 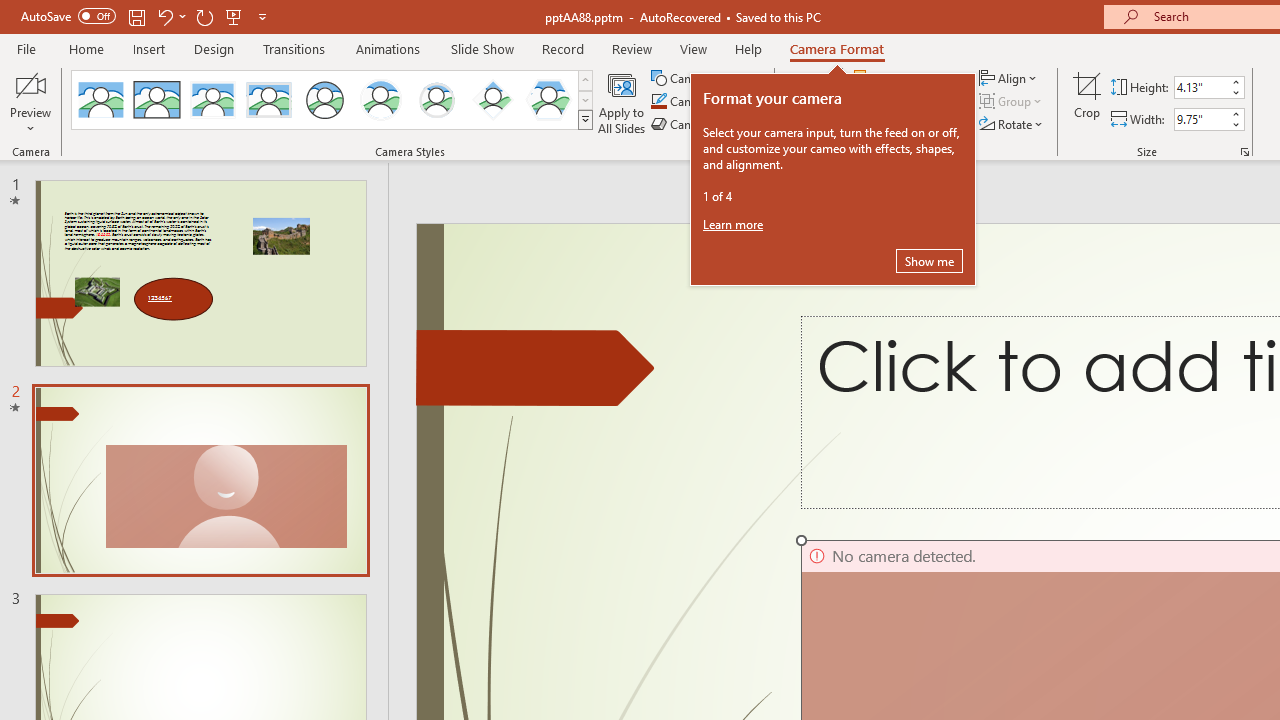 What do you see at coordinates (492, 100) in the screenshot?
I see `'Center Shadow Diamond'` at bounding box center [492, 100].